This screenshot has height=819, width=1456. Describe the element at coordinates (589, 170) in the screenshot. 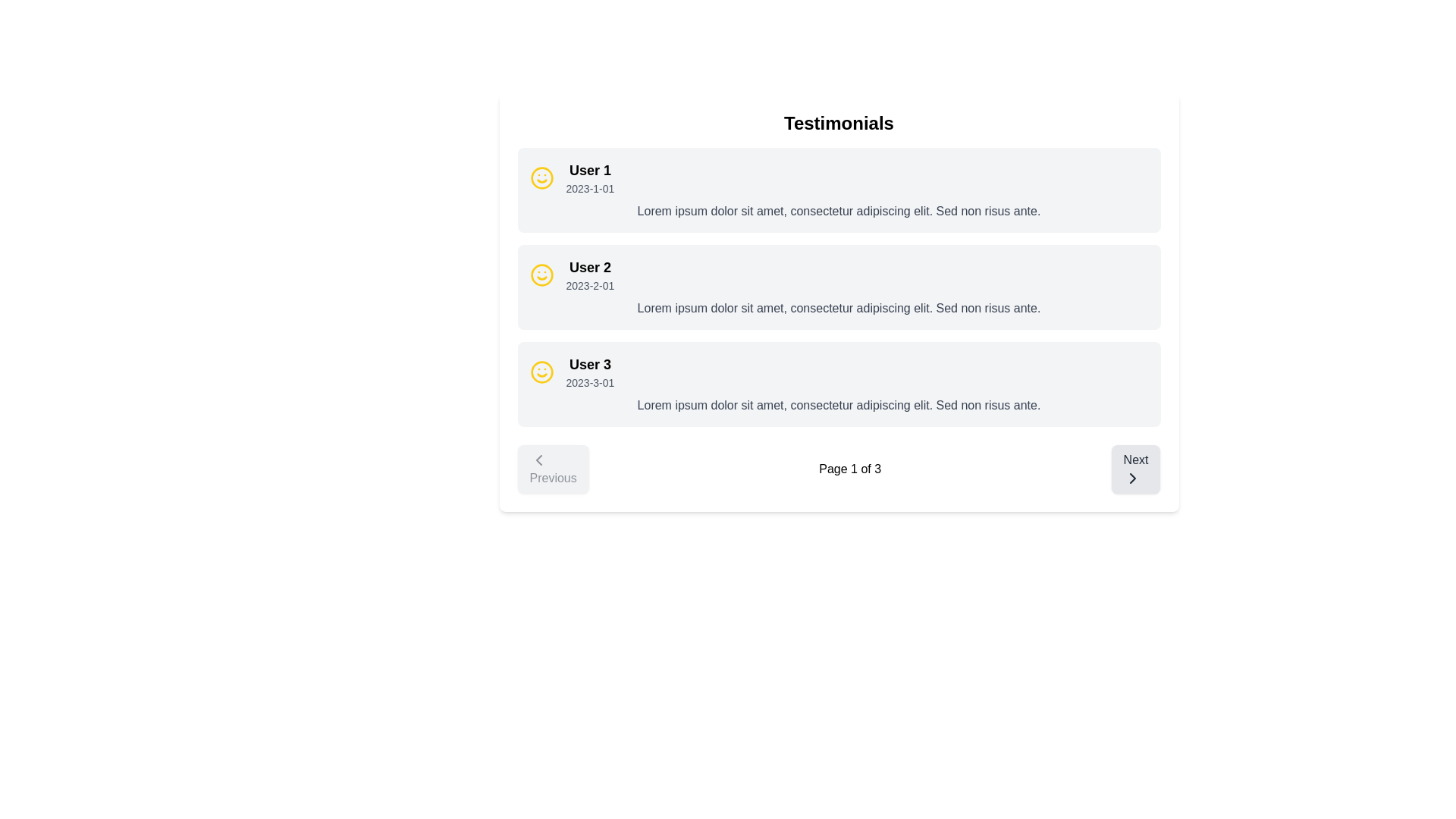

I see `the 'User 1' text label, which is displayed in a larger font size and bold style at the top-left corner of its user information block` at that location.